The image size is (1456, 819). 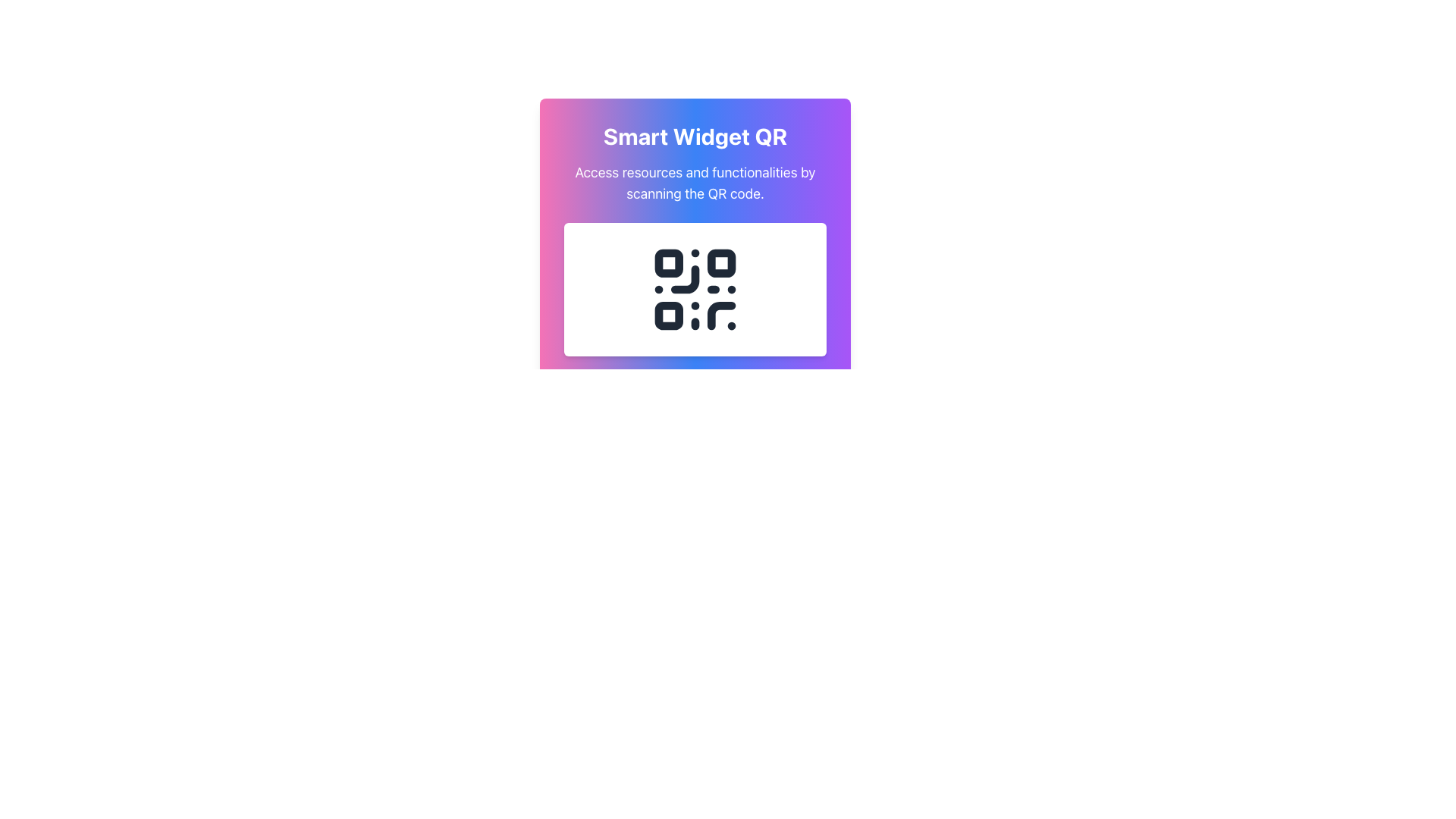 I want to click on the small black rounded square located at the bottom-left of the QR code in the 'Smart Widget QR' section, so click(x=668, y=315).